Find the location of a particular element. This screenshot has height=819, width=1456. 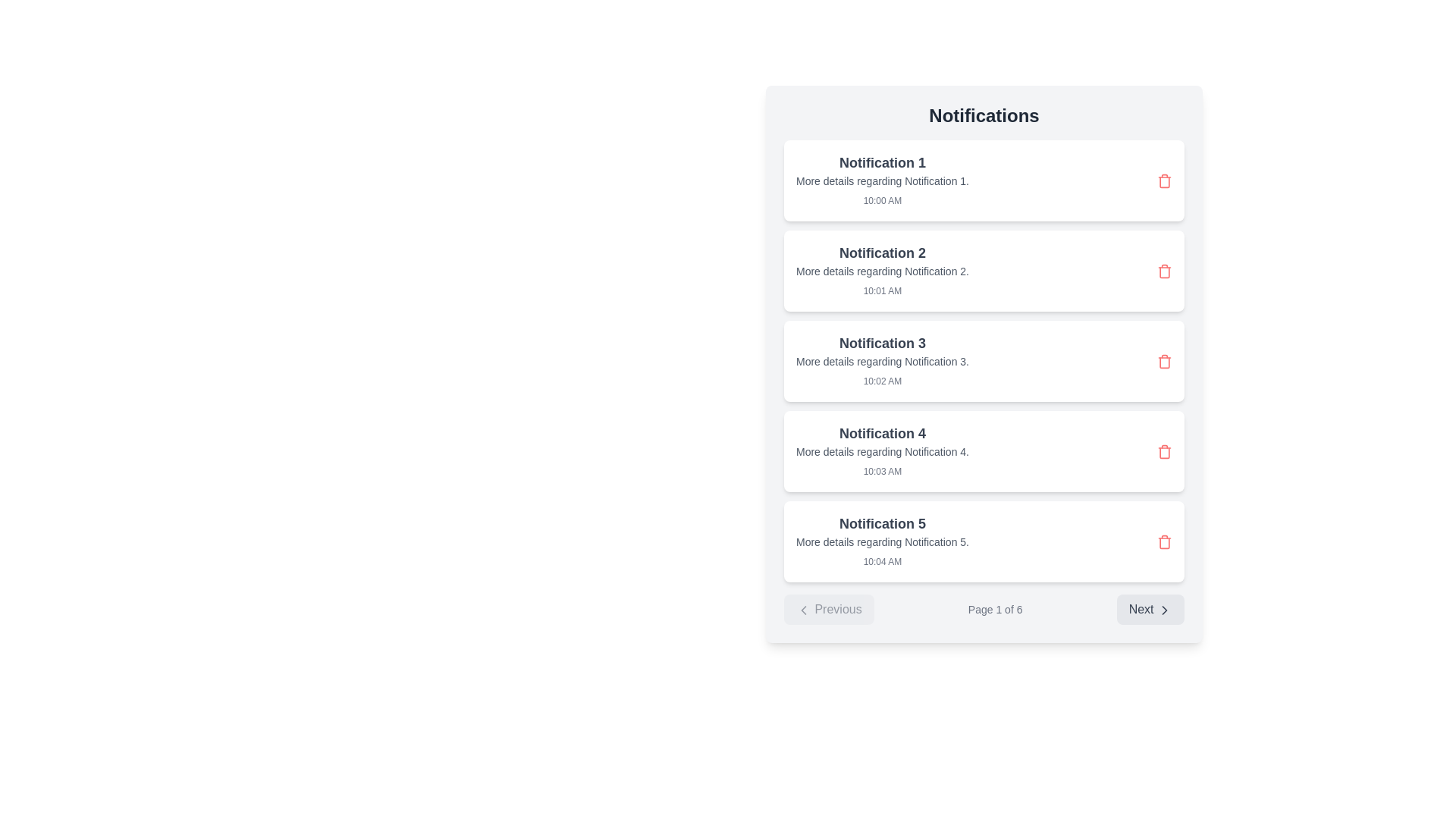

the delete button located to the far right of the notification titled 'Notification 2', next to the timestamp '10:01 AM', which is the second delete button from the top is located at coordinates (1164, 270).